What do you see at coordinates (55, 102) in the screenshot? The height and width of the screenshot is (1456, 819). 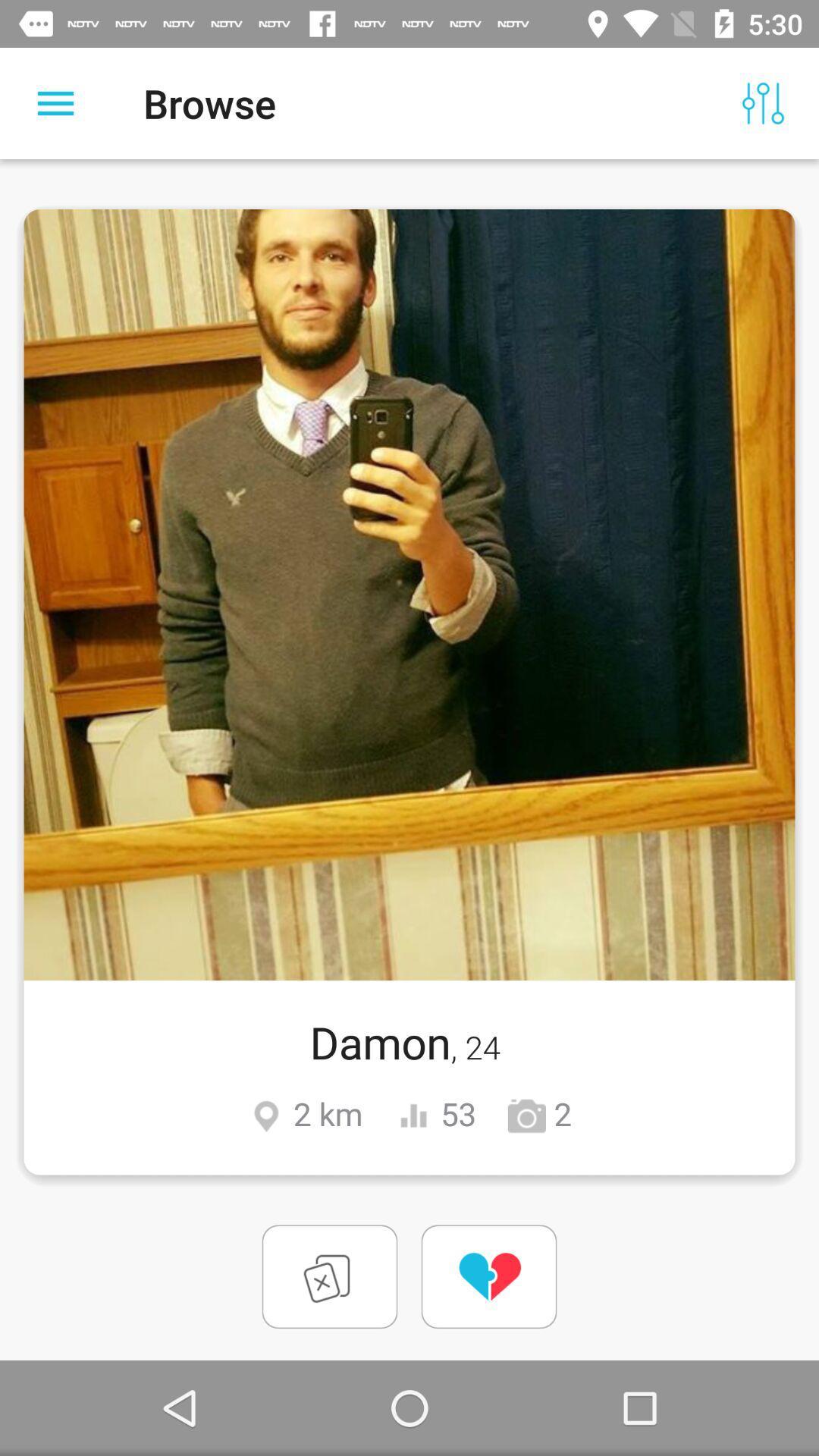 I see `menu` at bounding box center [55, 102].